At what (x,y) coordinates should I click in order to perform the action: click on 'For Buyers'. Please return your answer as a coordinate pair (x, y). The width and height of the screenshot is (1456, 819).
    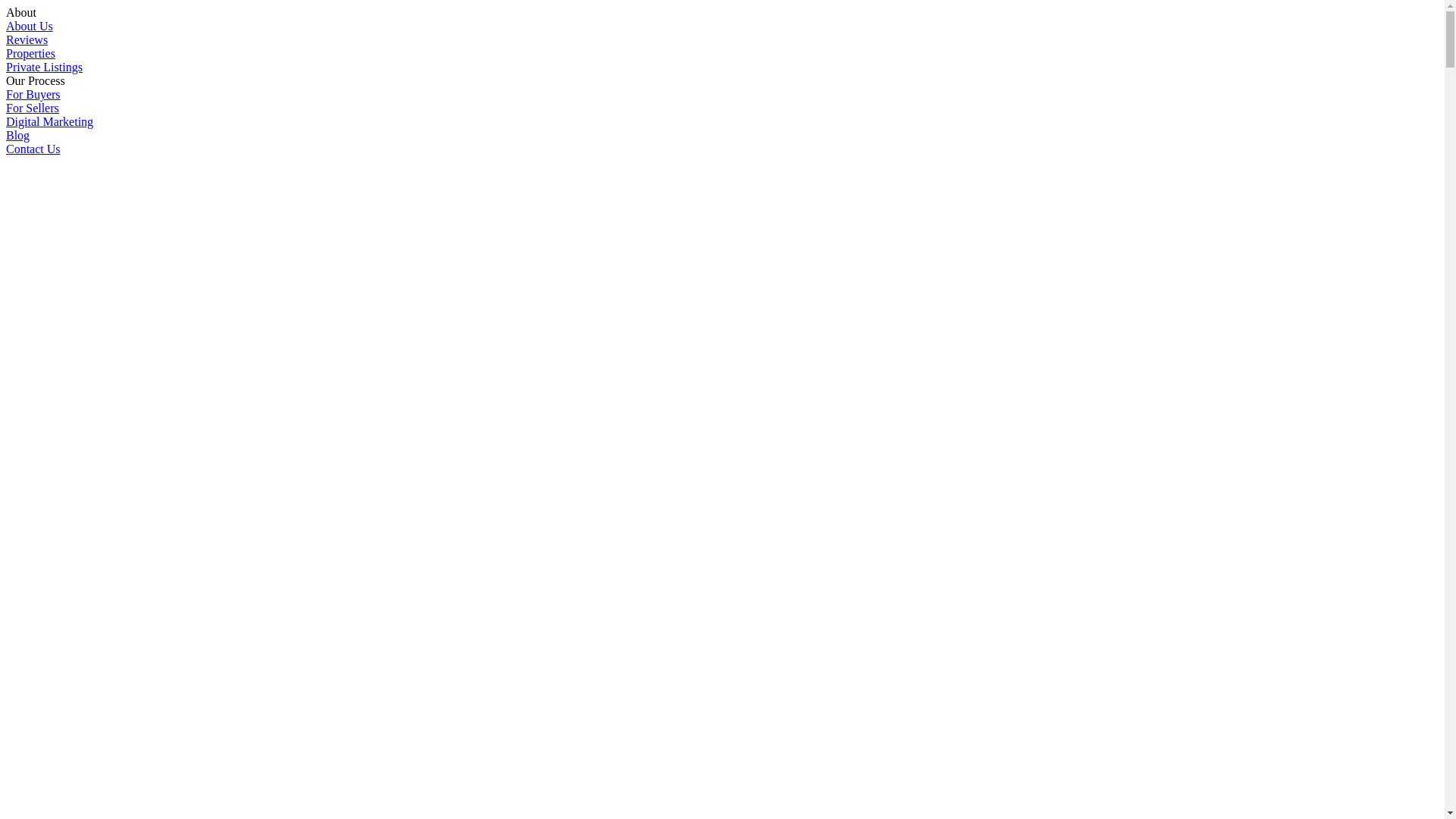
    Looking at the image, I should click on (33, 94).